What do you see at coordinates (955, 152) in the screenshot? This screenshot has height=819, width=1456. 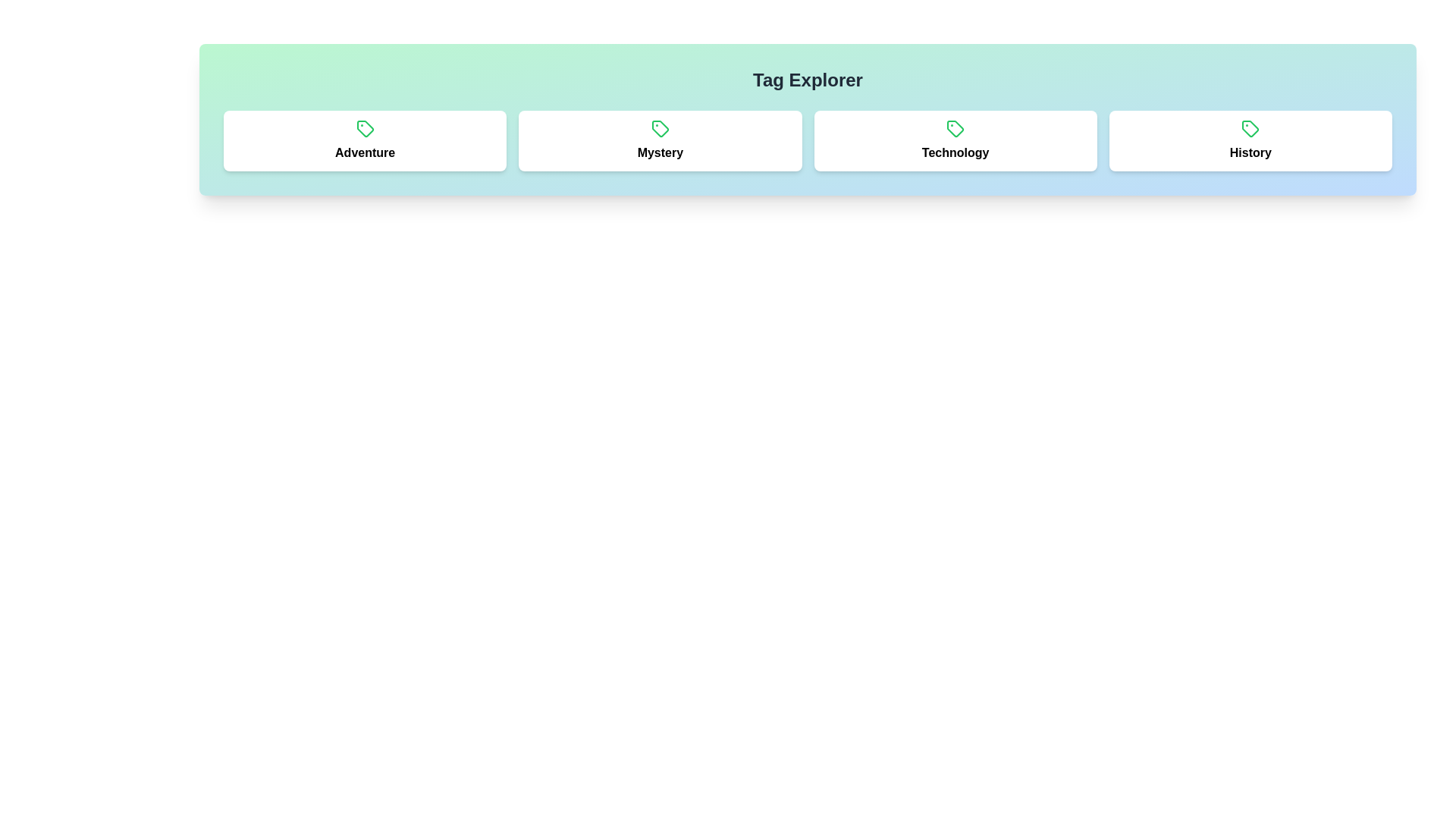 I see `the text label 'Technology' which is styled in bold font and located in the third card of a horizontal list of four cards` at bounding box center [955, 152].